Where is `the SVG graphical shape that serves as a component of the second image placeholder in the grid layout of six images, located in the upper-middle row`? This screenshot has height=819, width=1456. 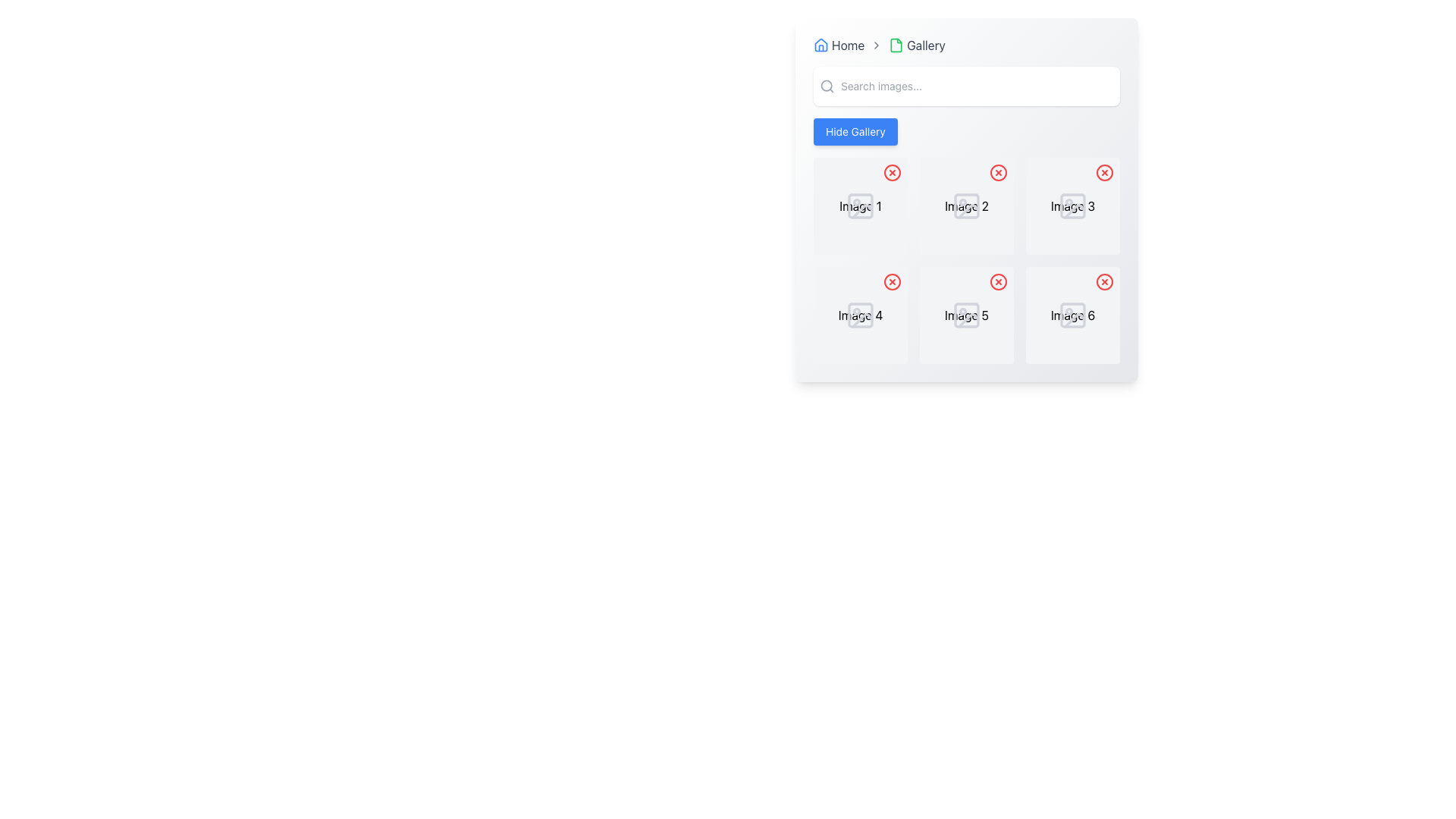 the SVG graphical shape that serves as a component of the second image placeholder in the grid layout of six images, located in the upper-middle row is located at coordinates (966, 206).